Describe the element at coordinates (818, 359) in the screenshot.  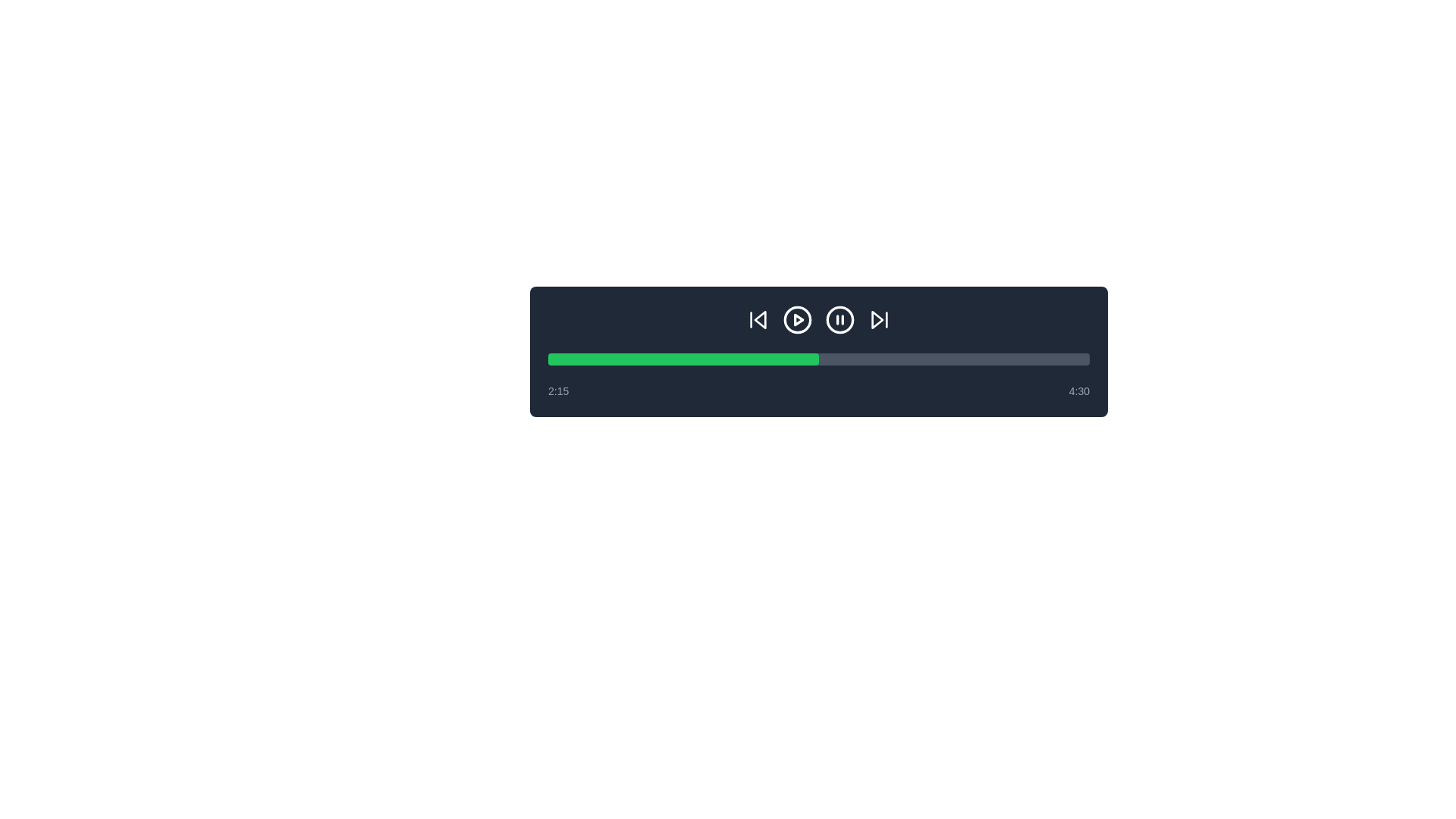
I see `the horizontal progress bar located at the bottom of the music player interface, which is gray with a green segment indicating progress` at that location.